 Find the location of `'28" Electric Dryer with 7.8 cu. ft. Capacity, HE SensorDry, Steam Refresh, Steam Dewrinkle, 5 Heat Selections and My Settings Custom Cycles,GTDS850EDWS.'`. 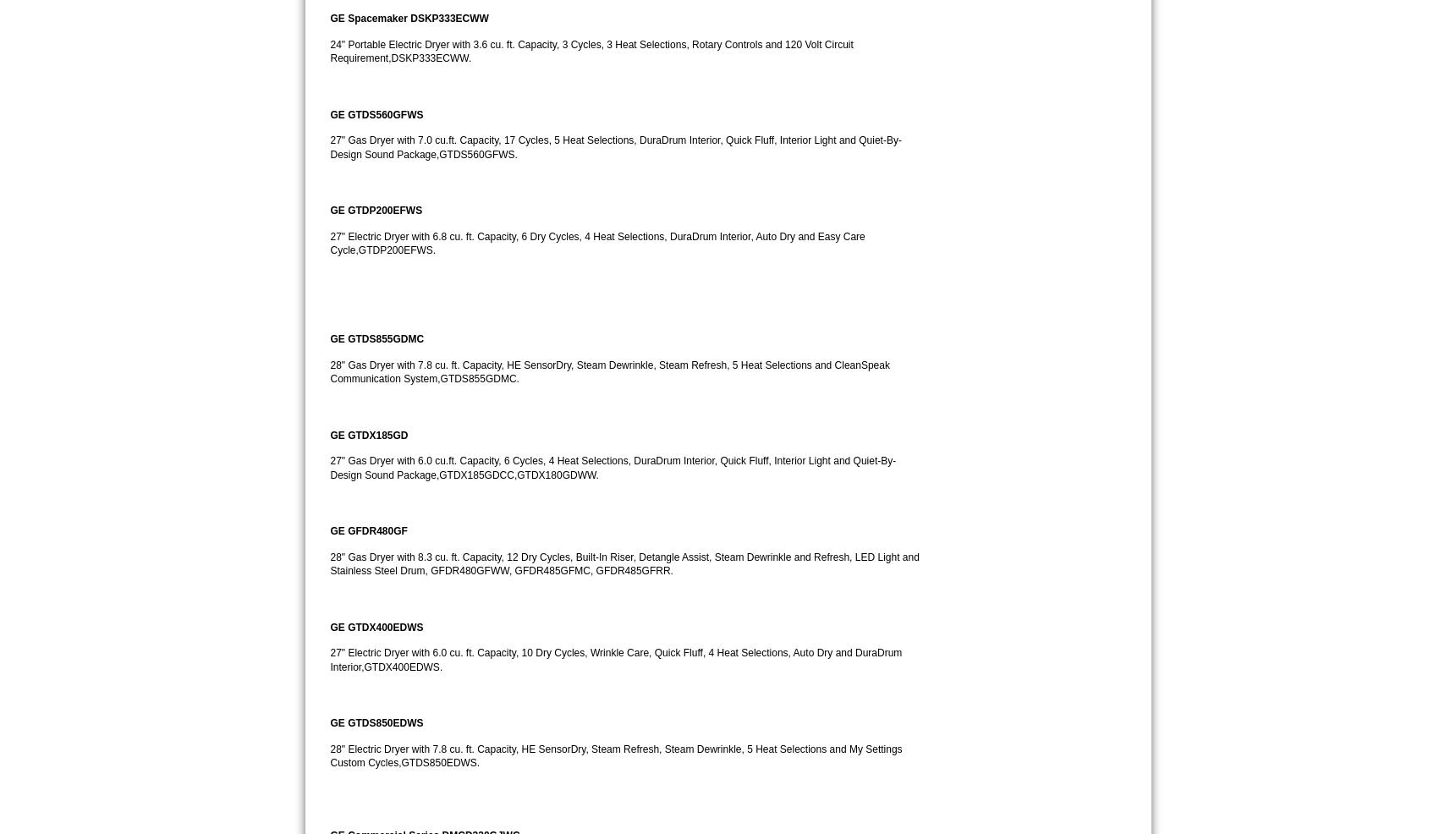

'28" Electric Dryer with 7.8 cu. ft. Capacity, HE SensorDry, Steam Refresh, Steam Dewrinkle, 5 Heat Selections and My Settings Custom Cycles,GTDS850EDWS.' is located at coordinates (617, 754).